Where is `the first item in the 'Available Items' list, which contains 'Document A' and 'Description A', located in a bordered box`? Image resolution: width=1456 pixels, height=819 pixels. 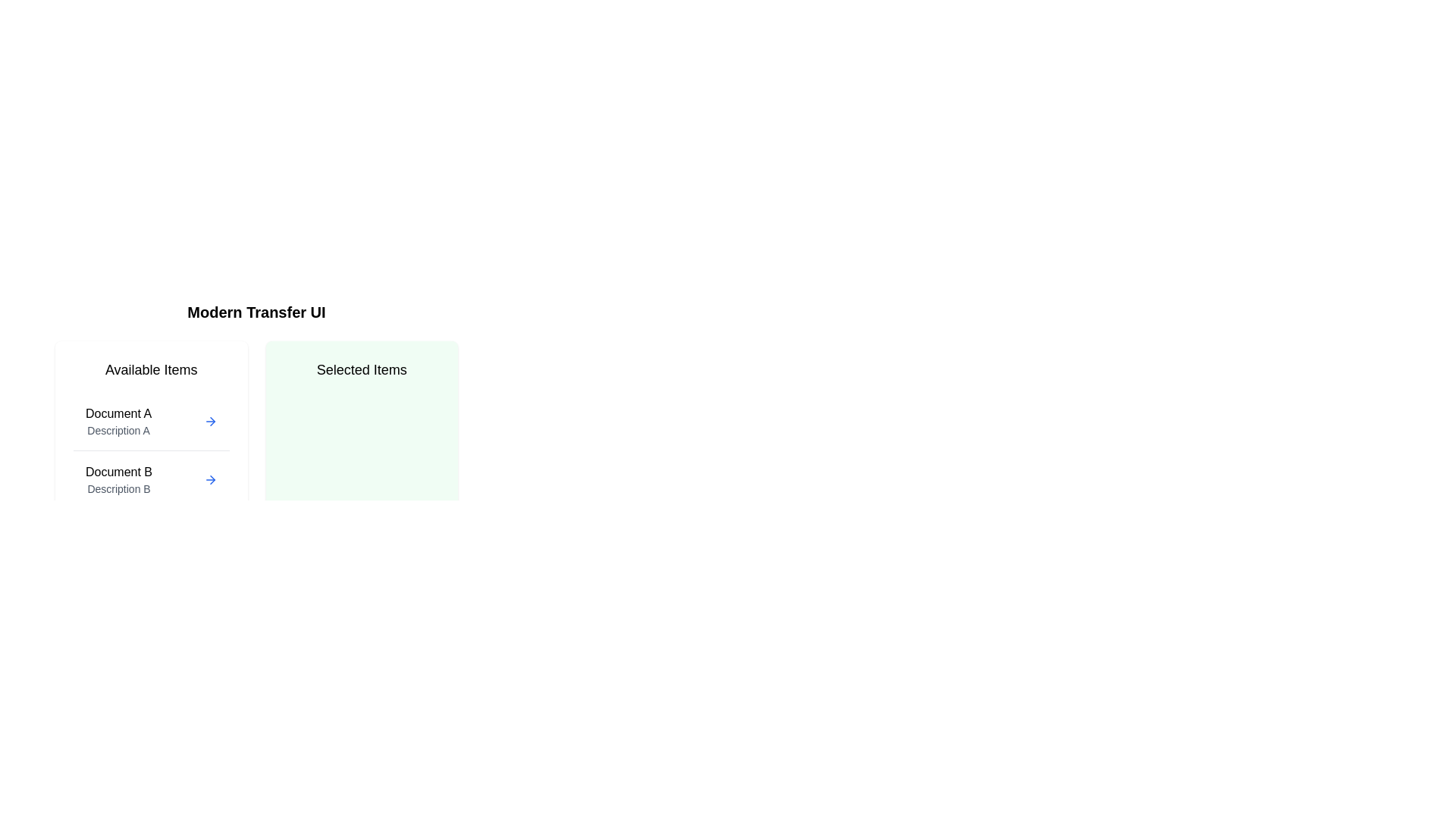 the first item in the 'Available Items' list, which contains 'Document A' and 'Description A', located in a bordered box is located at coordinates (118, 421).